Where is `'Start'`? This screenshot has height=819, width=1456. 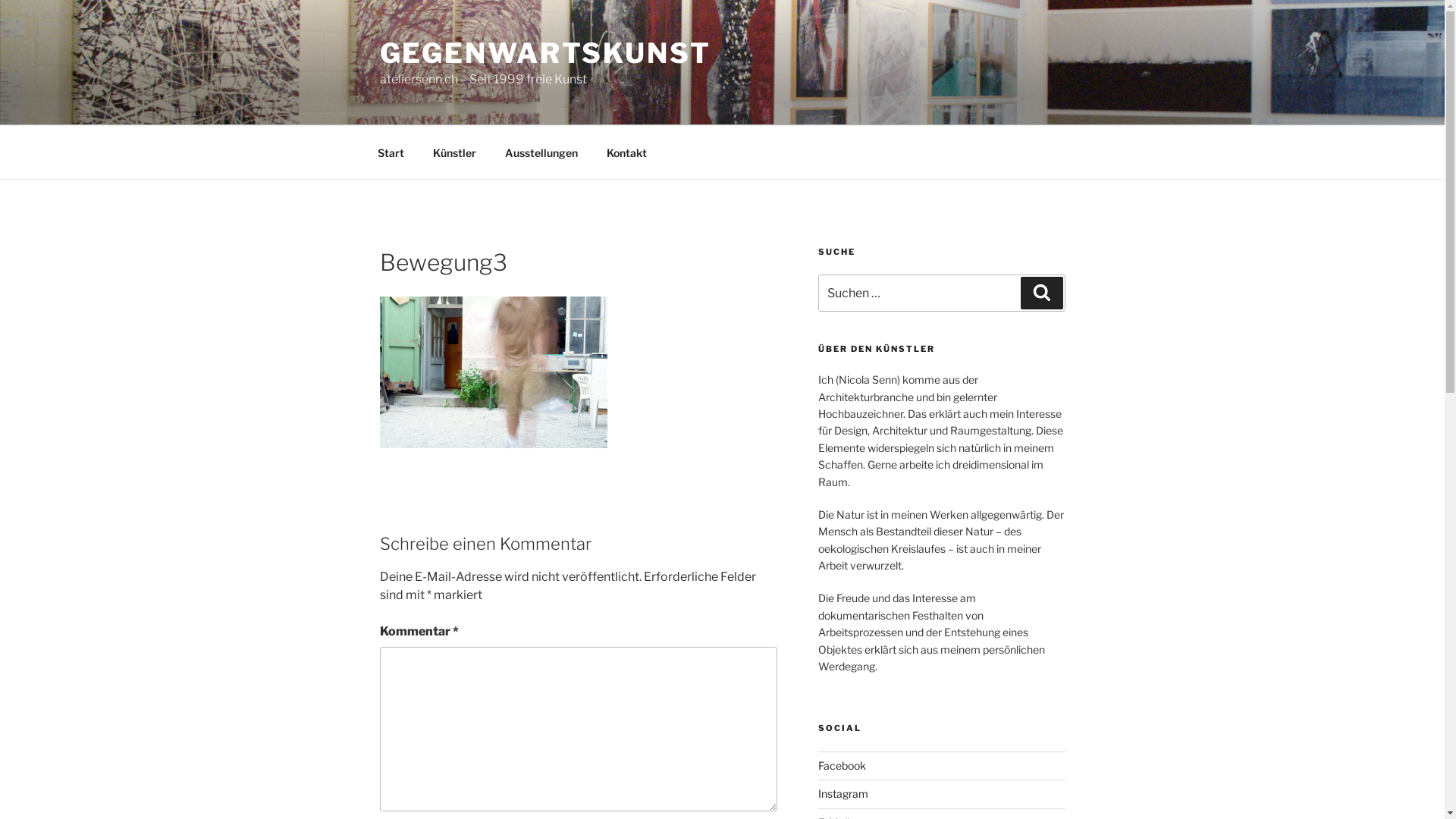
'Start' is located at coordinates (390, 152).